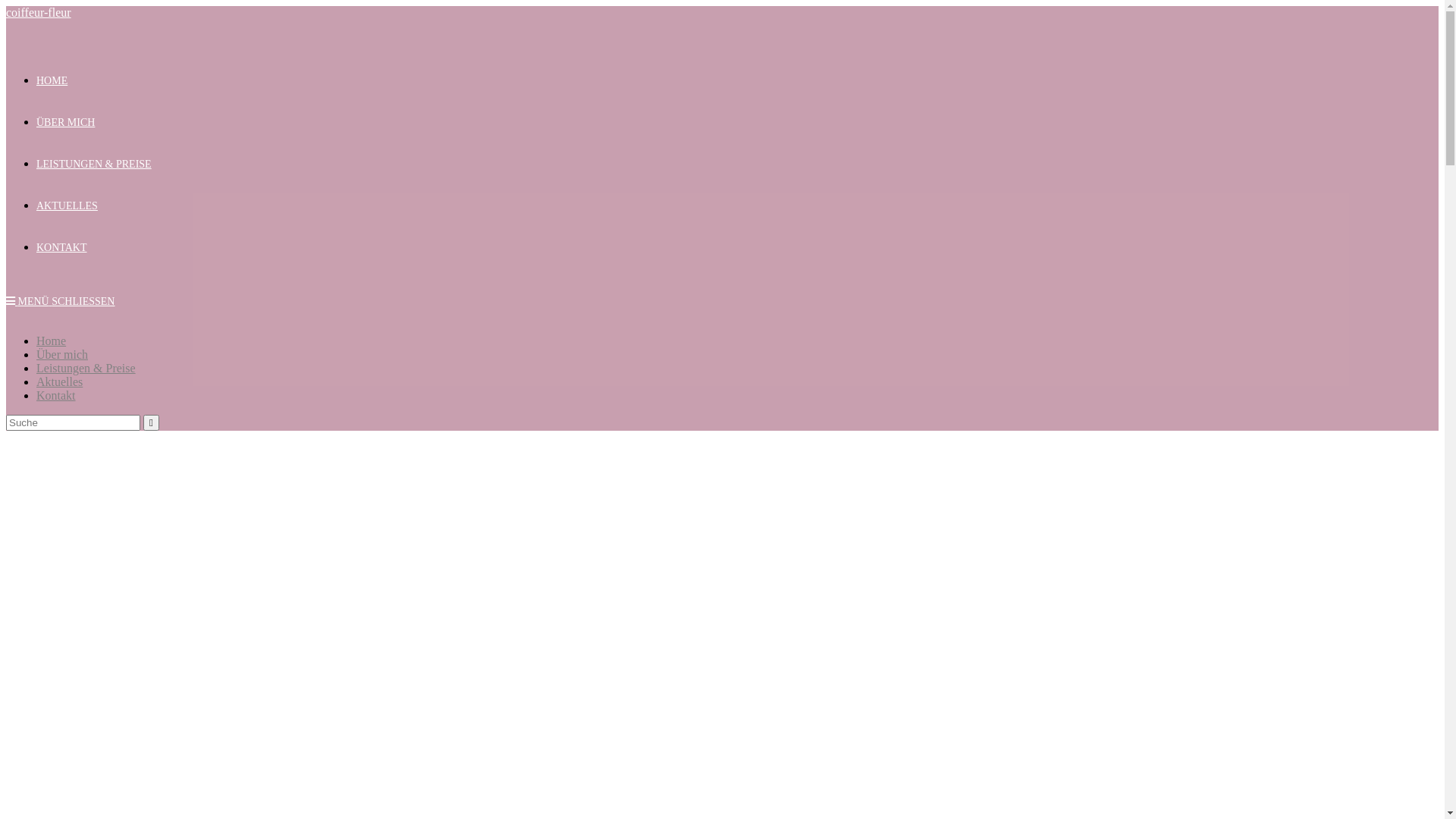  What do you see at coordinates (59, 381) in the screenshot?
I see `'Aktuelles'` at bounding box center [59, 381].